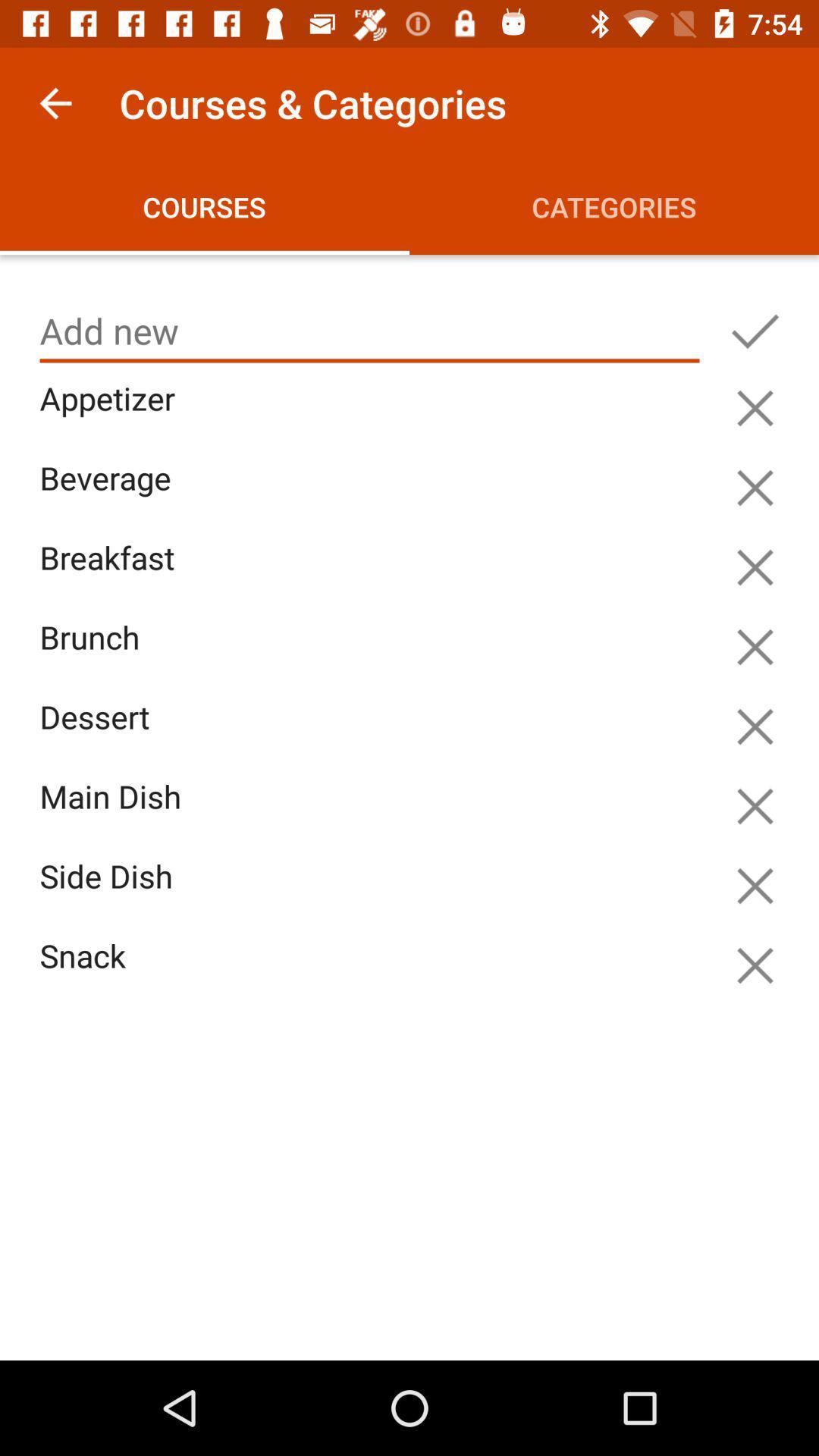  Describe the element at coordinates (373, 495) in the screenshot. I see `beverage` at that location.